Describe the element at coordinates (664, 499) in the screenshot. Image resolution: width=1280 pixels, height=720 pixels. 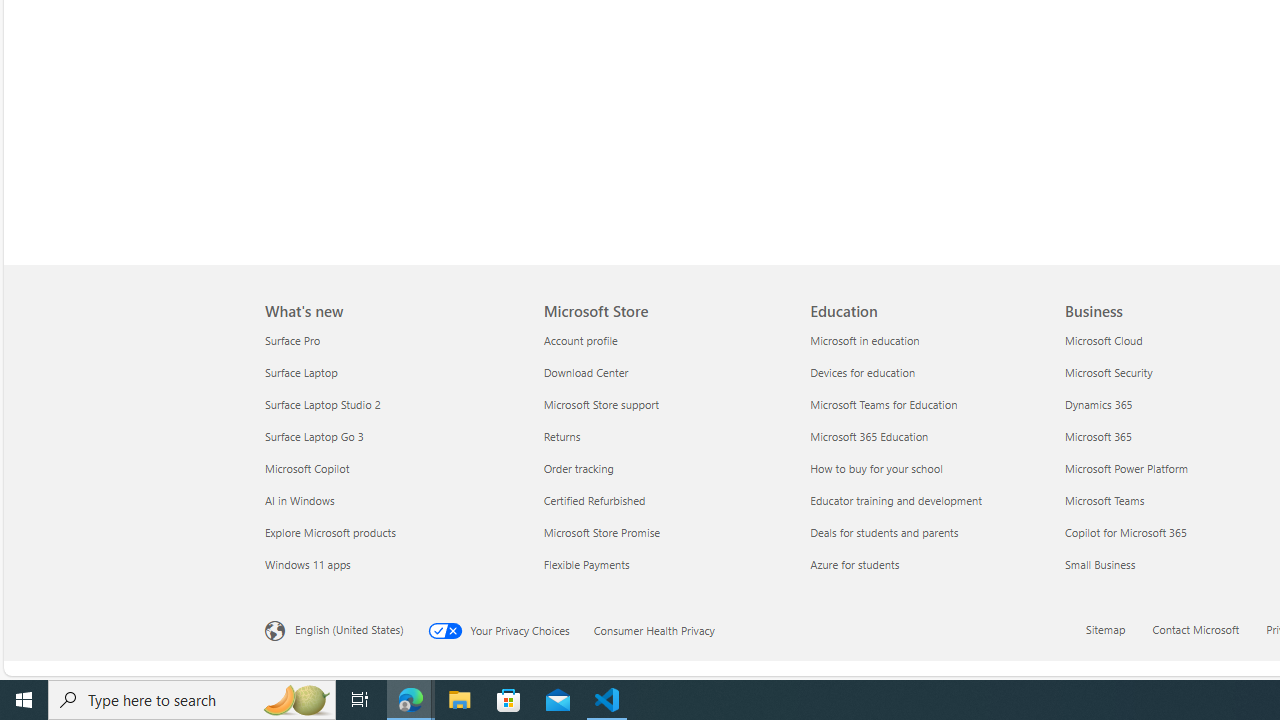
I see `'Certified Refurbished'` at that location.